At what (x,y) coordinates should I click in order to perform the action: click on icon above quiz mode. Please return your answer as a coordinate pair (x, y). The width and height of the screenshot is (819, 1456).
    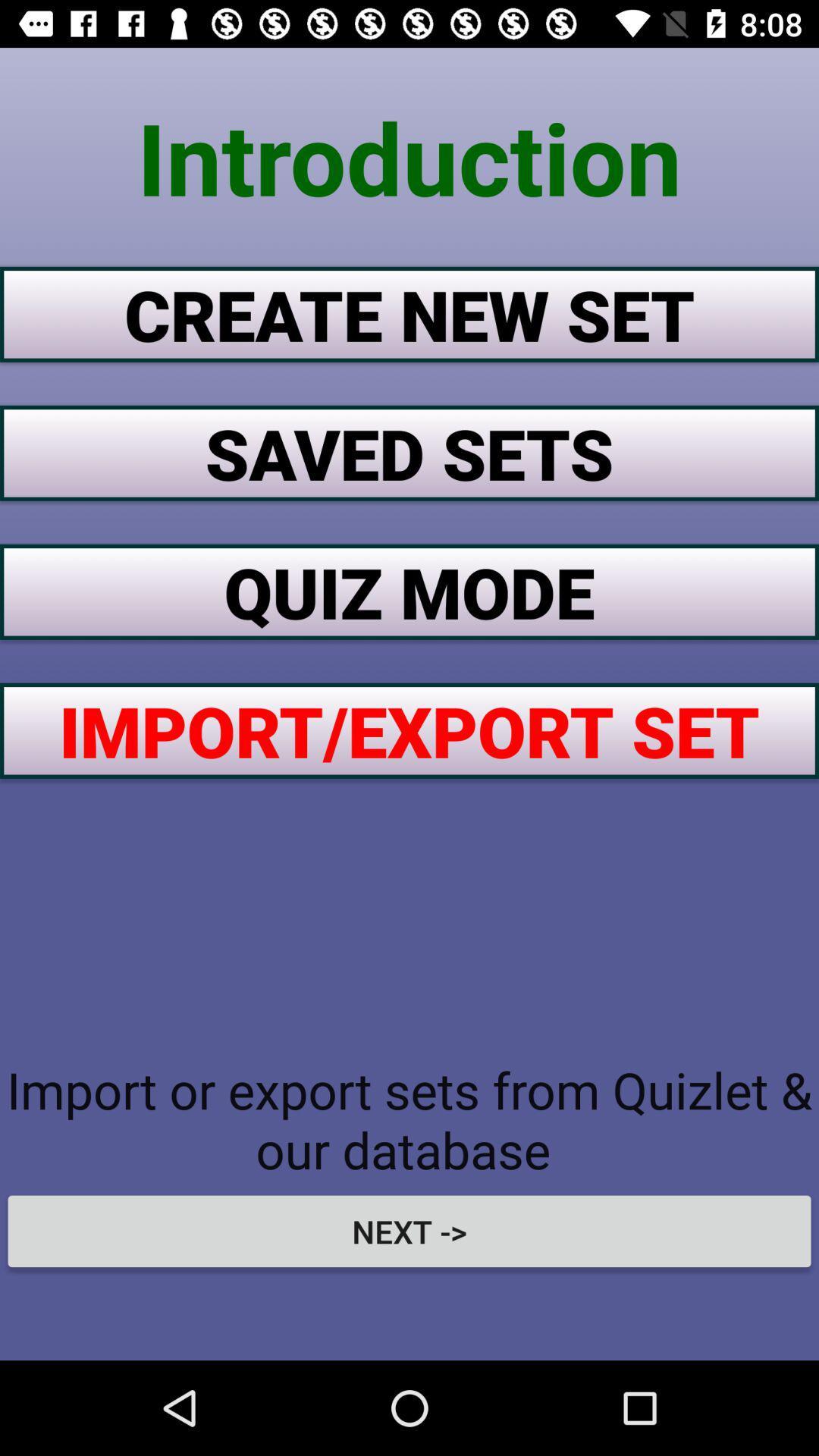
    Looking at the image, I should click on (409, 452).